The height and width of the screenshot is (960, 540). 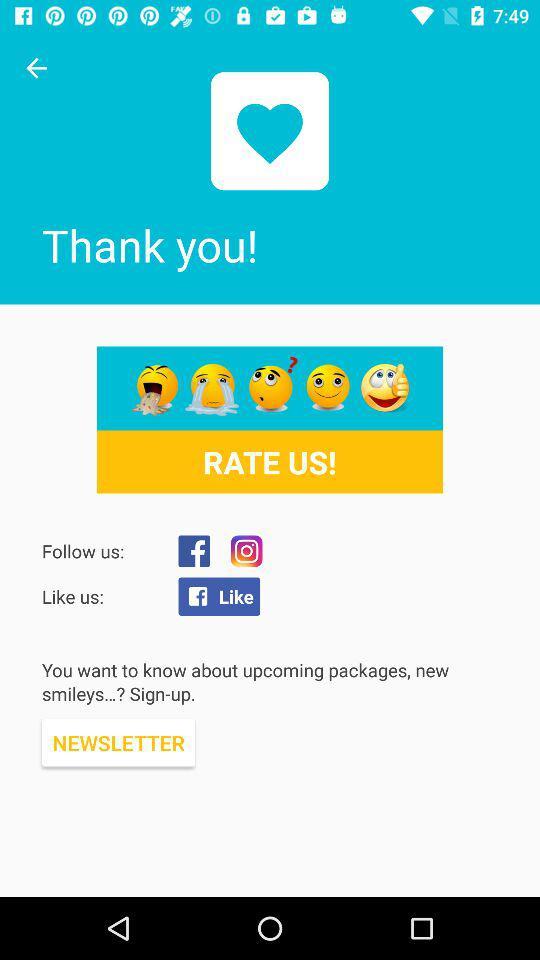 I want to click on instagram page, so click(x=246, y=551).